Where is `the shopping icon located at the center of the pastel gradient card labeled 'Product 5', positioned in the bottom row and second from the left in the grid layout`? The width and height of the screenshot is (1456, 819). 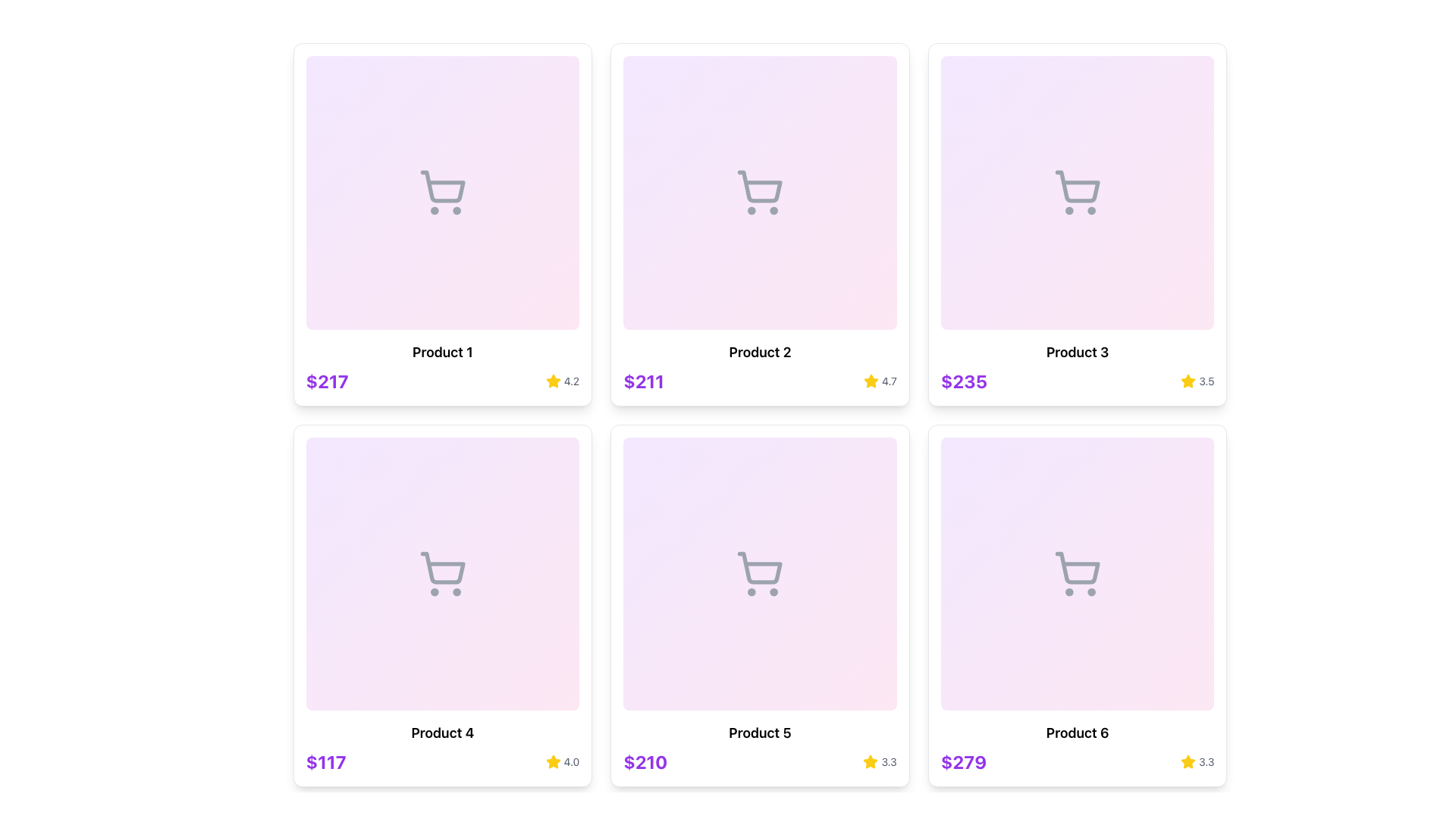
the shopping icon located at the center of the pastel gradient card labeled 'Product 5', positioned in the bottom row and second from the left in the grid layout is located at coordinates (760, 573).